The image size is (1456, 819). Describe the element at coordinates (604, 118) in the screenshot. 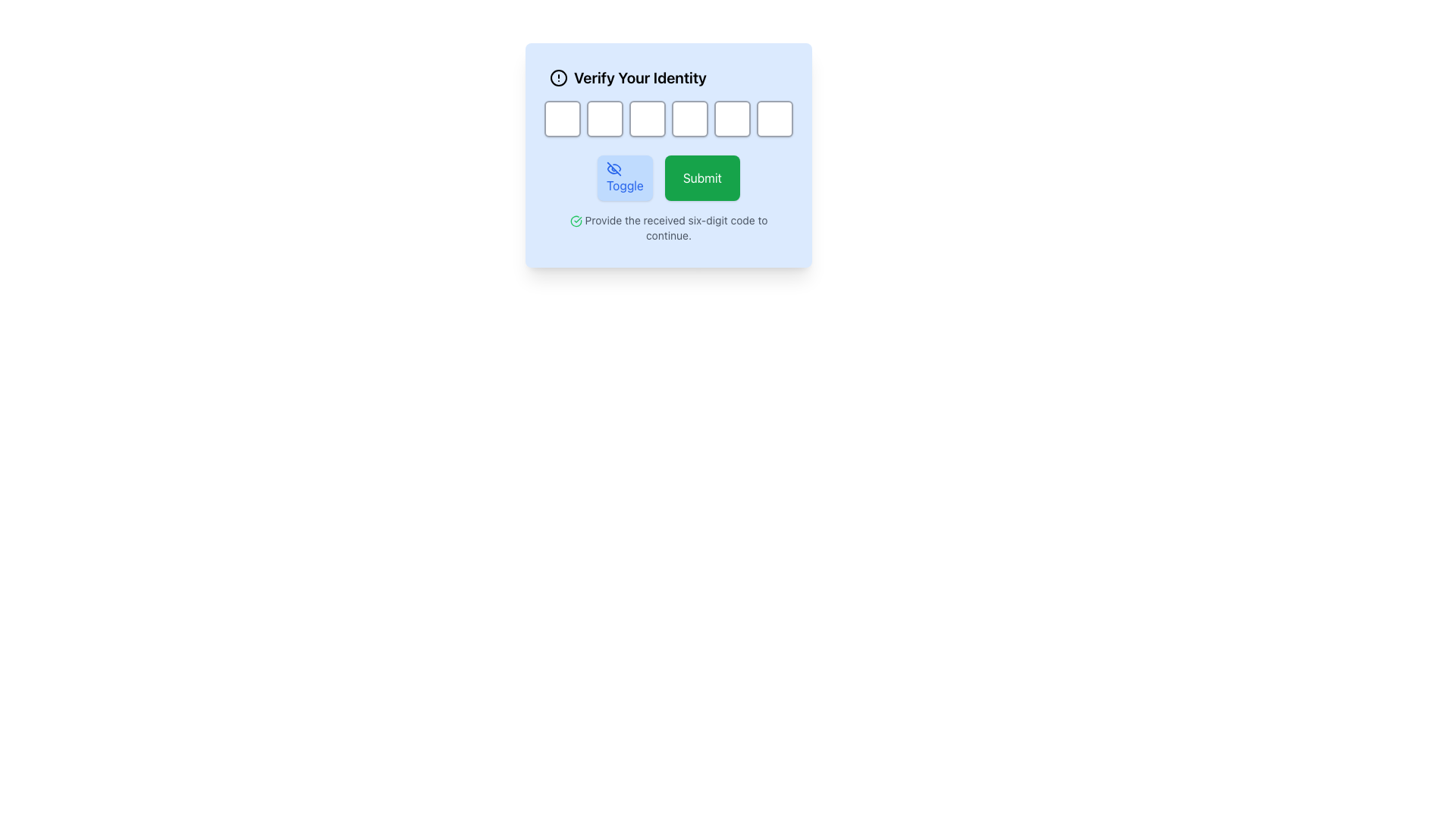

I see `the second input box in the sequence of six input boxes below the title 'Verify Your Identity'` at that location.